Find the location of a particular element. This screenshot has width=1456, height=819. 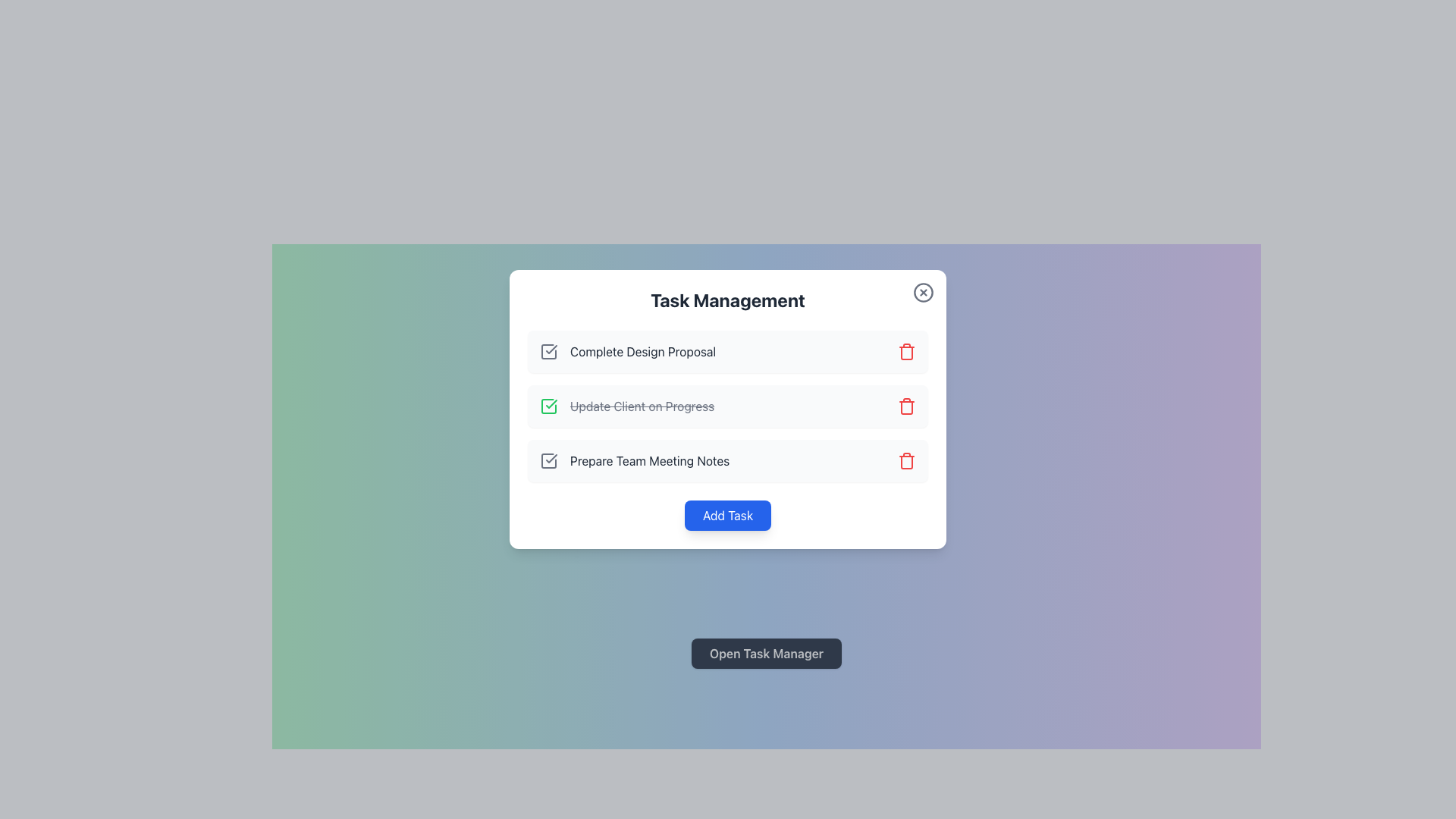

the trash can icon button at the far right of the 'Complete Design Proposal' row is located at coordinates (906, 351).